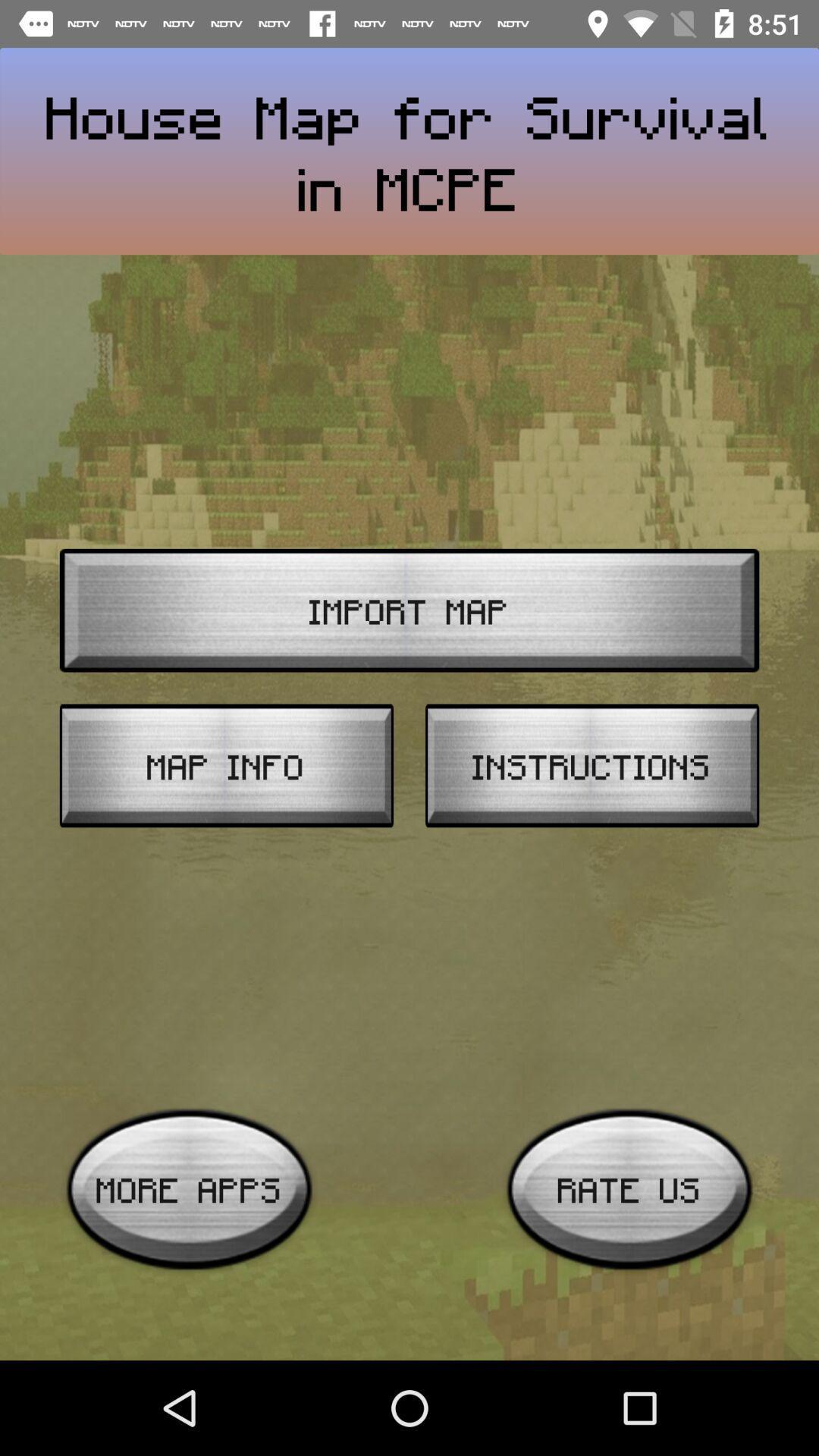 The width and height of the screenshot is (819, 1456). I want to click on map info icon, so click(226, 765).